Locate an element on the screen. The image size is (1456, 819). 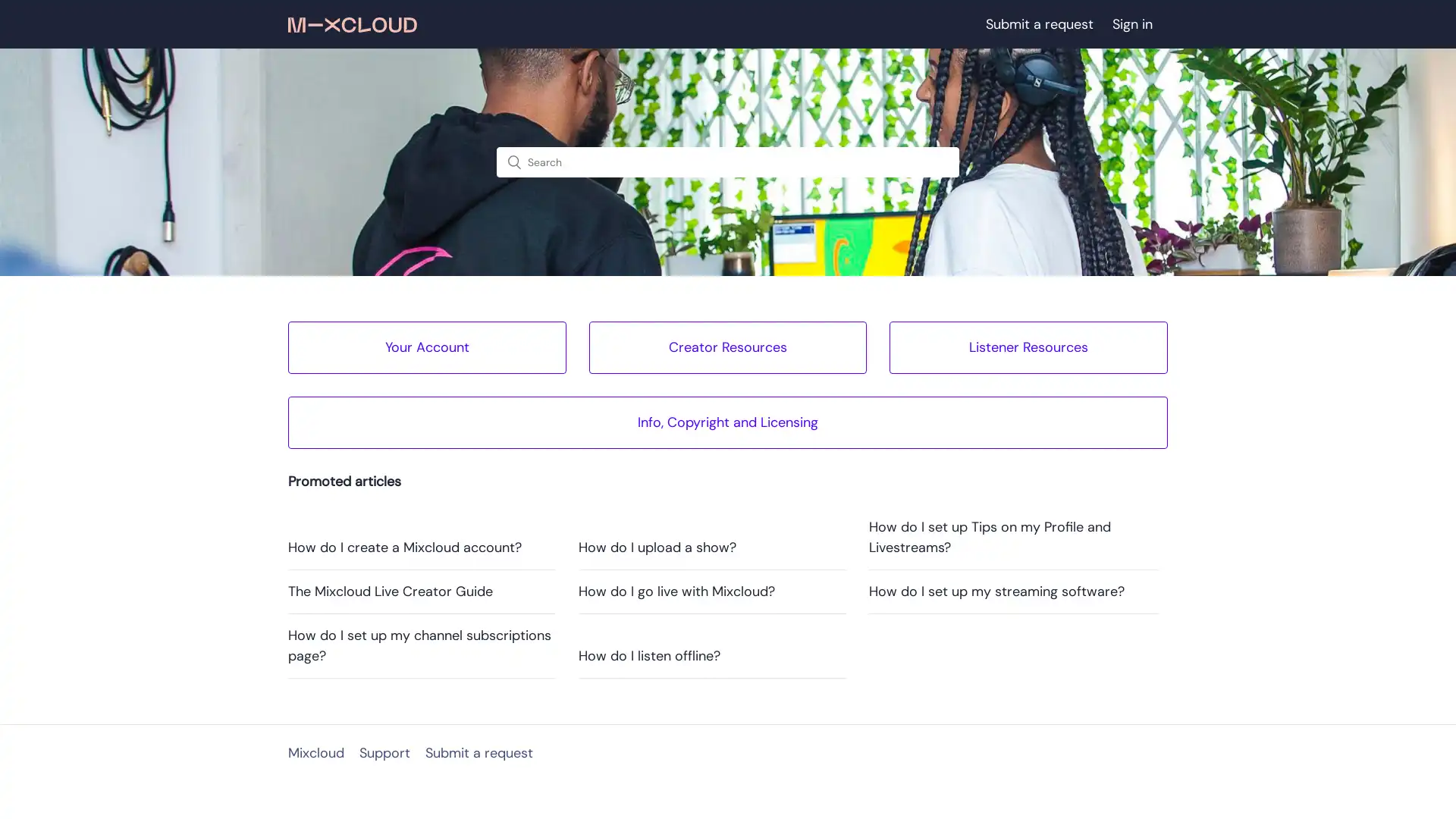
Sign in is located at coordinates (1140, 24).